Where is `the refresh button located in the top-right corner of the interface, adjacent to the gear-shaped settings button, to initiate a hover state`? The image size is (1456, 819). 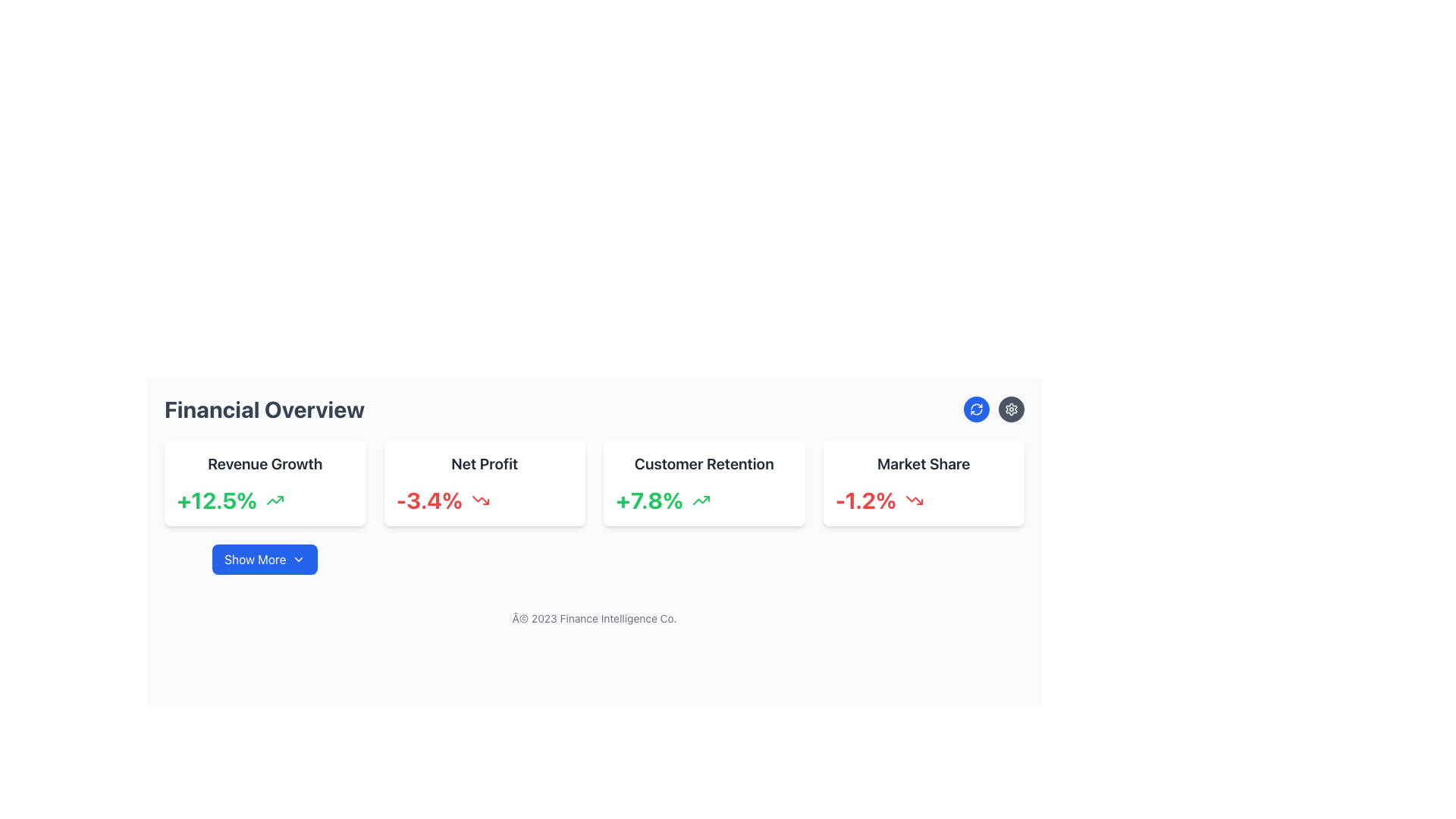 the refresh button located in the top-right corner of the interface, adjacent to the gear-shaped settings button, to initiate a hover state is located at coordinates (976, 409).